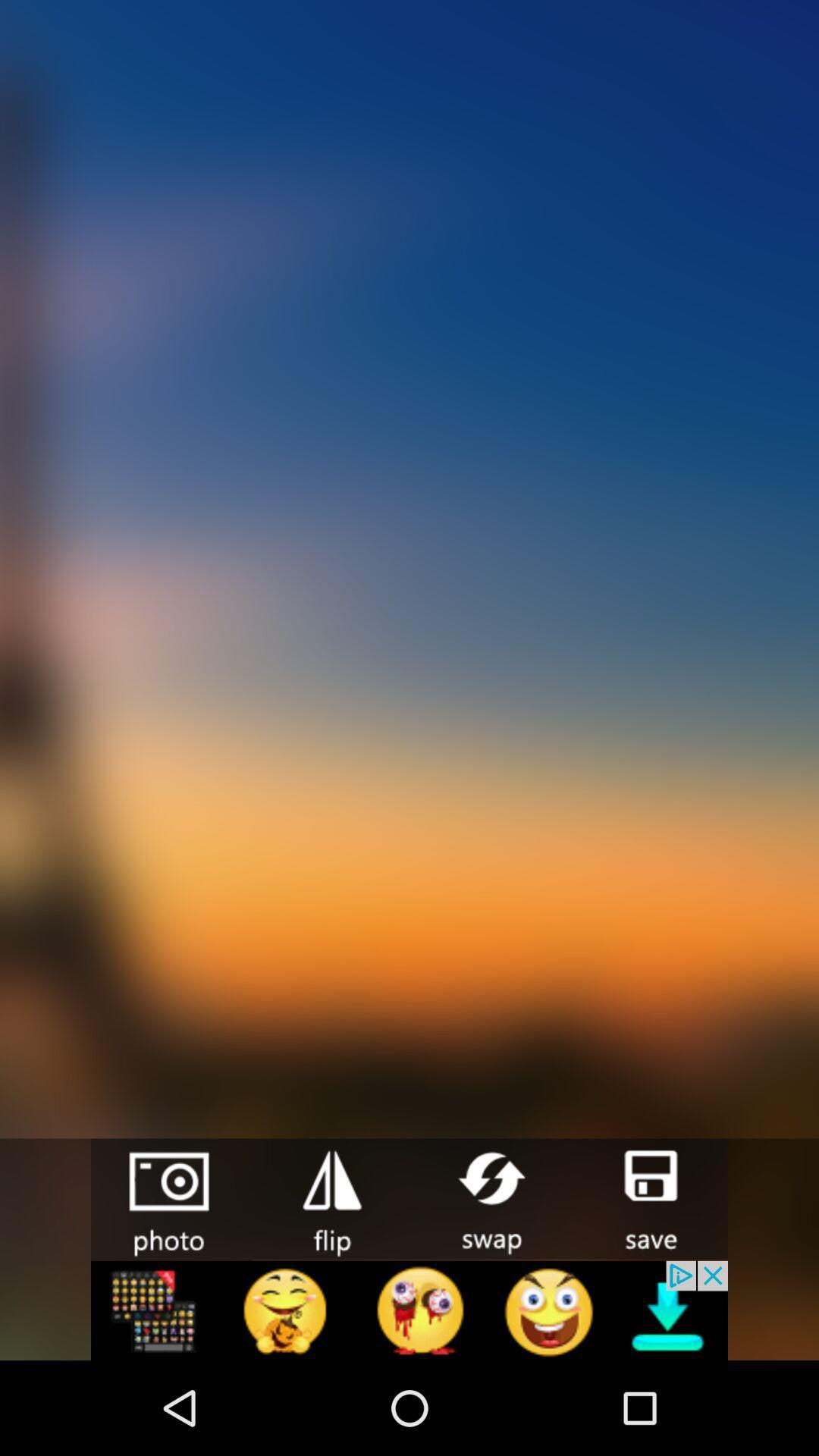 The height and width of the screenshot is (1456, 819). Describe the element at coordinates (488, 1282) in the screenshot. I see `the swap icon` at that location.